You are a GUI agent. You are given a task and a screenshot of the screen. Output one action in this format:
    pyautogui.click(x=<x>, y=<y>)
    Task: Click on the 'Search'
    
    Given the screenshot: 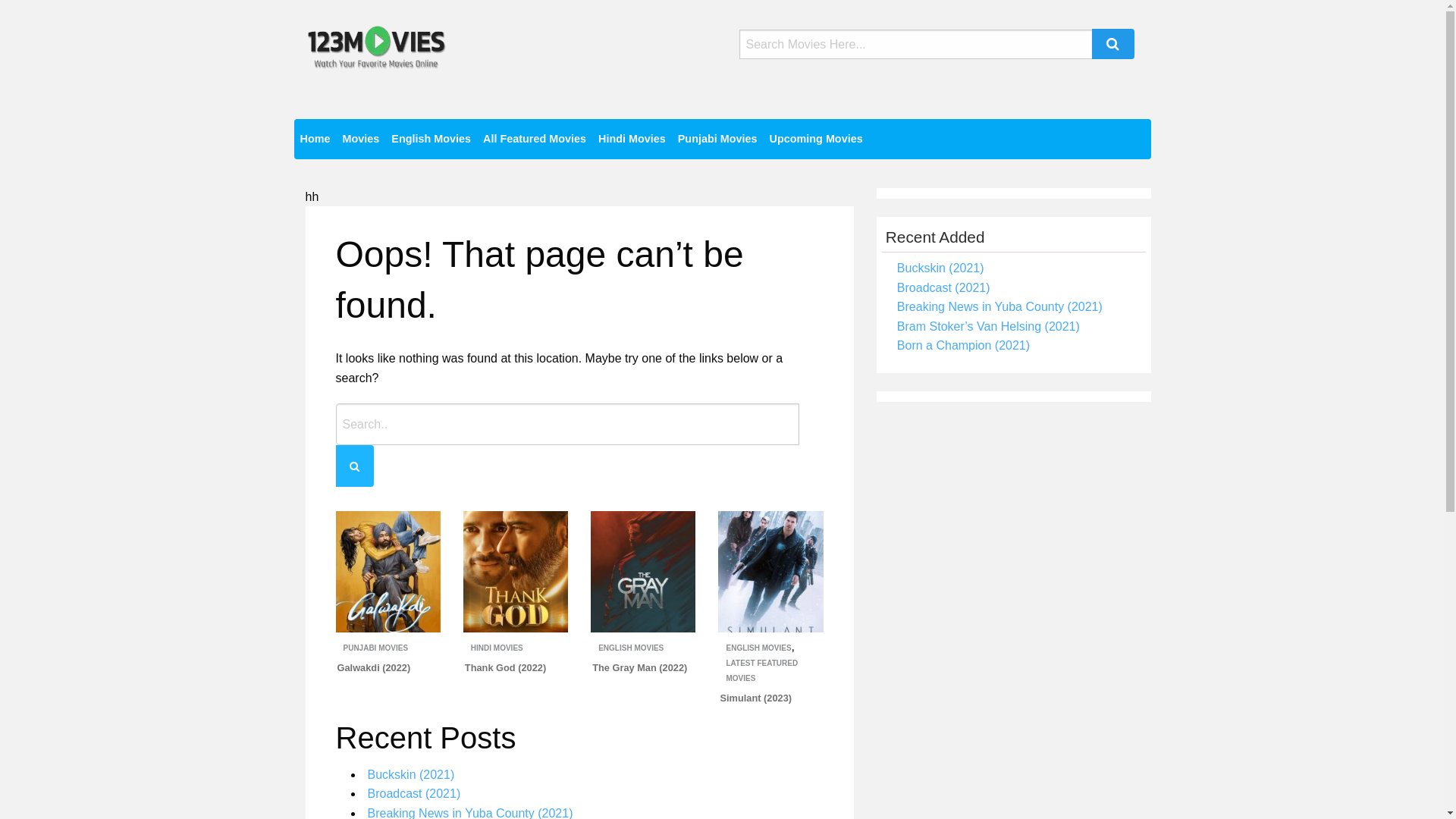 What is the action you would take?
    pyautogui.click(x=1113, y=42)
    